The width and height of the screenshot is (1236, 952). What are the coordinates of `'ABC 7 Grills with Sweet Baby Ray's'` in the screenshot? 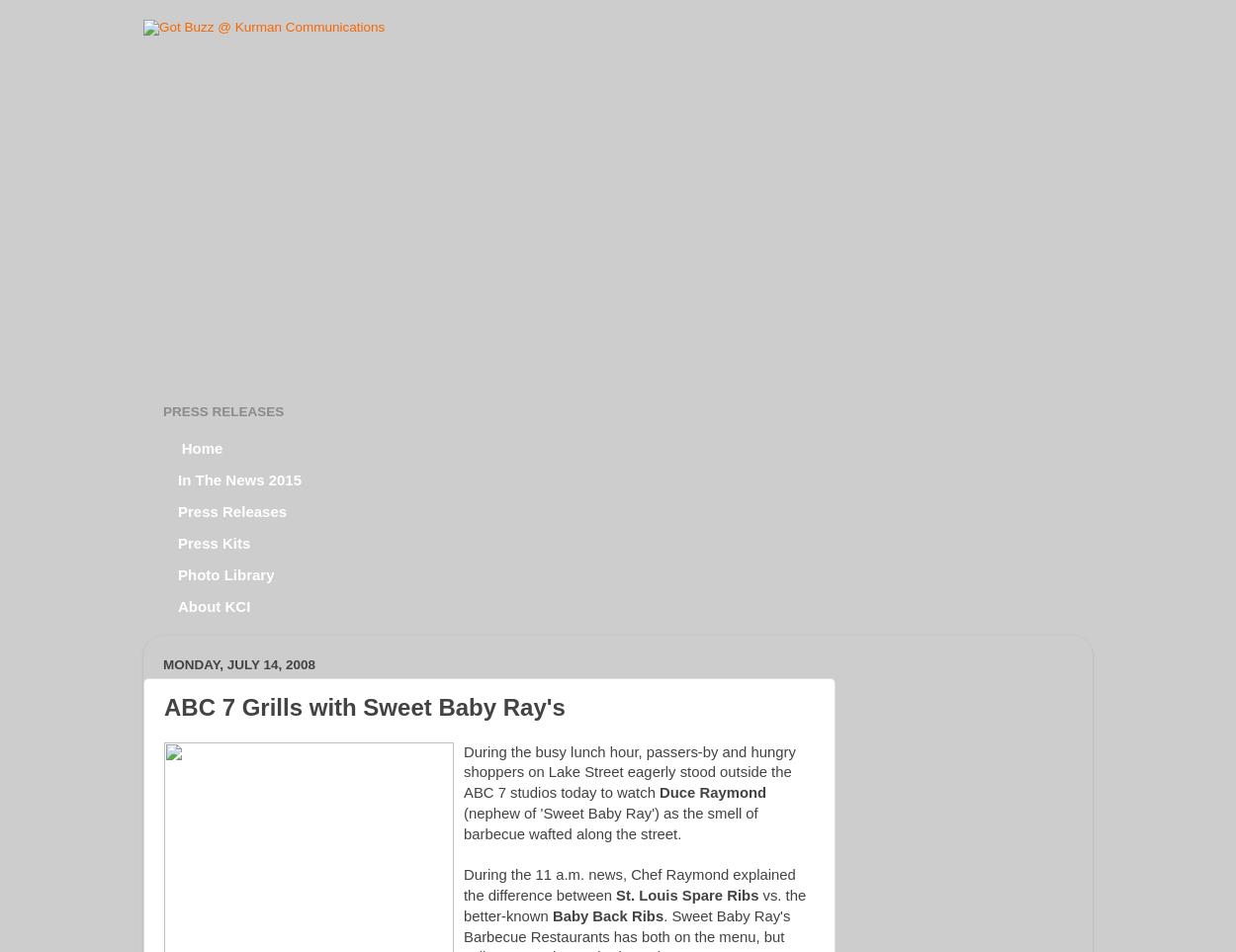 It's located at (363, 706).